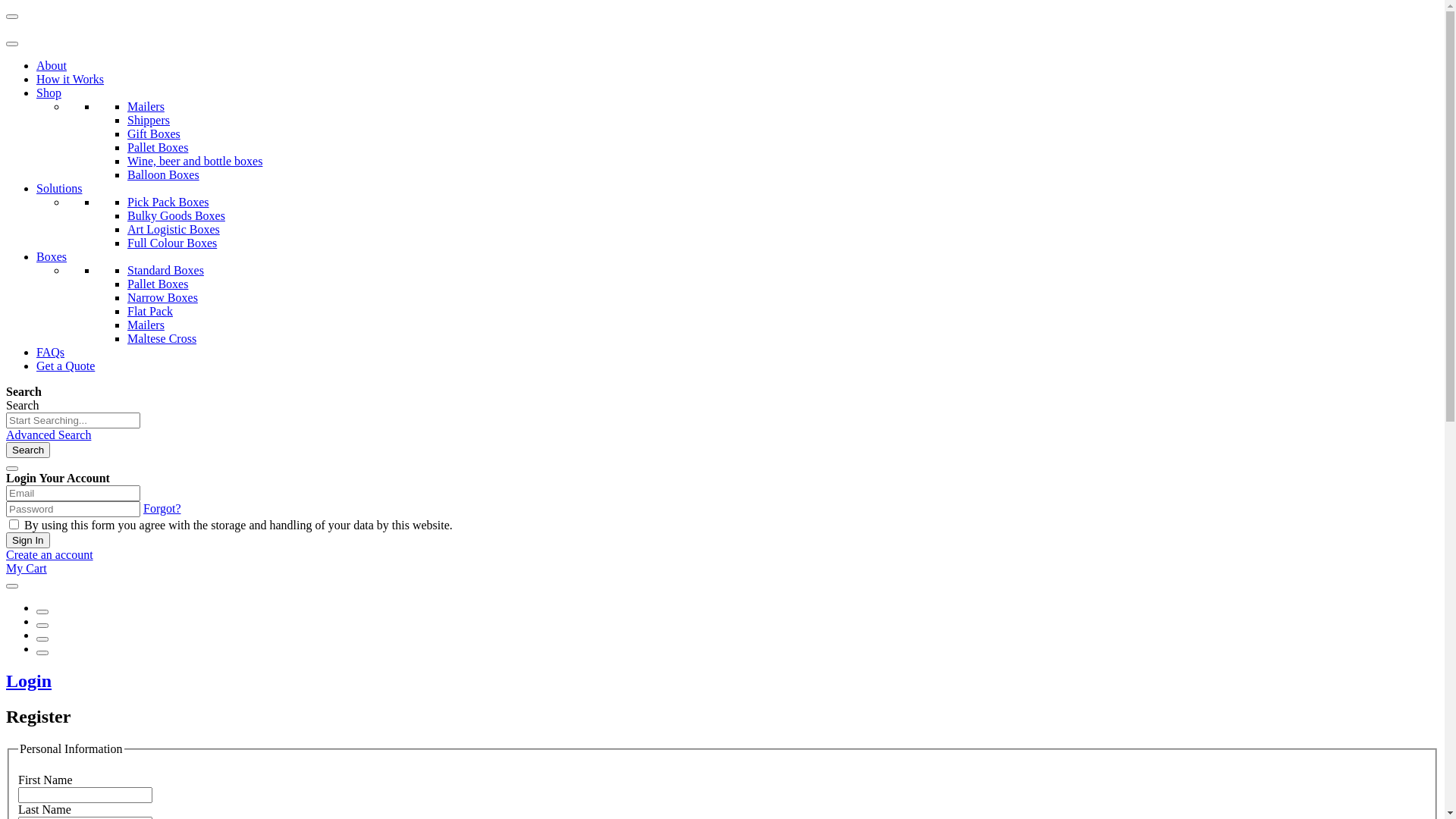 This screenshot has height=819, width=1456. Describe the element at coordinates (18, 794) in the screenshot. I see `'First Name'` at that location.